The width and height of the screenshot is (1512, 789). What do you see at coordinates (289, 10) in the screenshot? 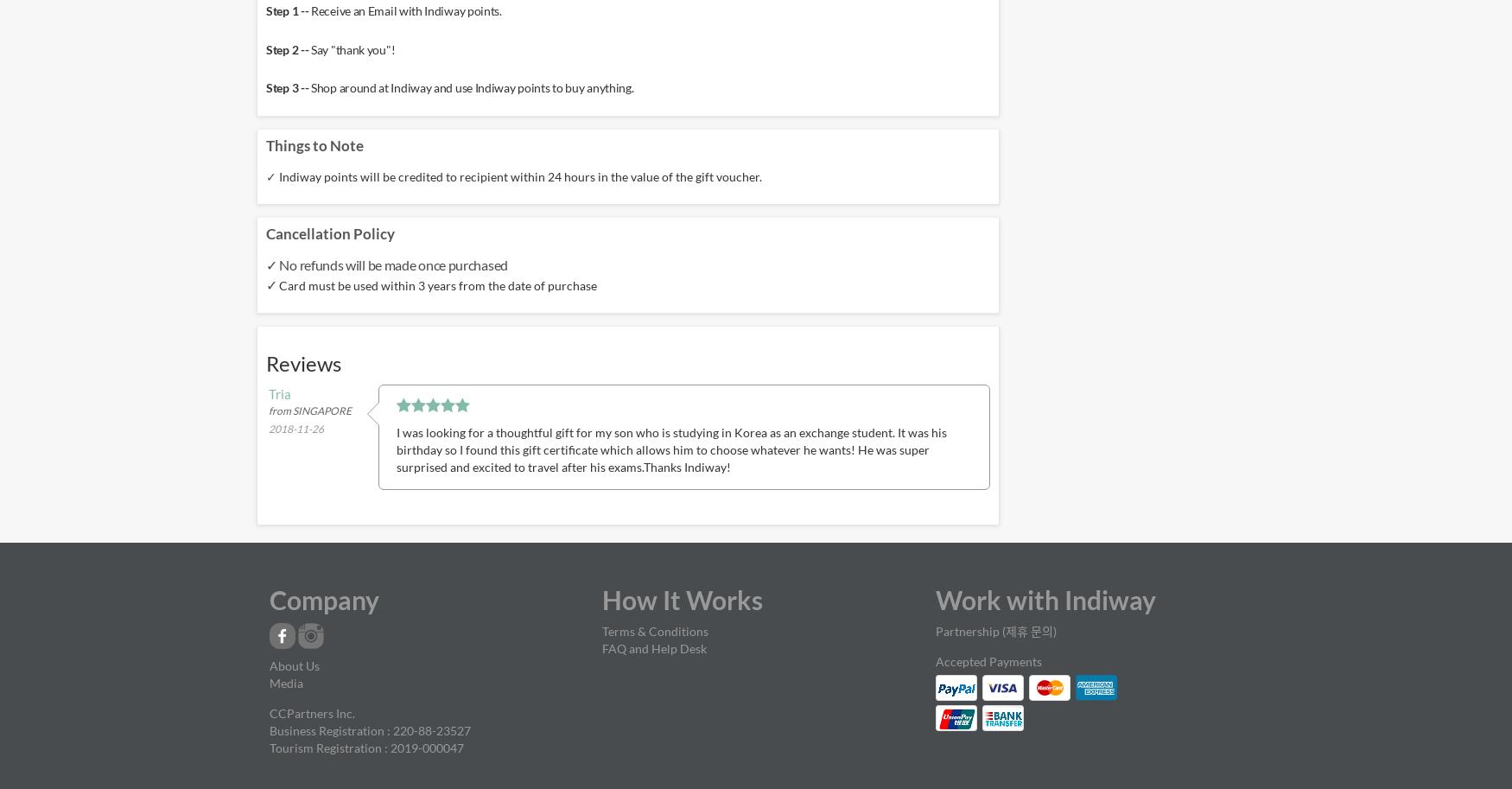
I see `'Step 1 --'` at bounding box center [289, 10].